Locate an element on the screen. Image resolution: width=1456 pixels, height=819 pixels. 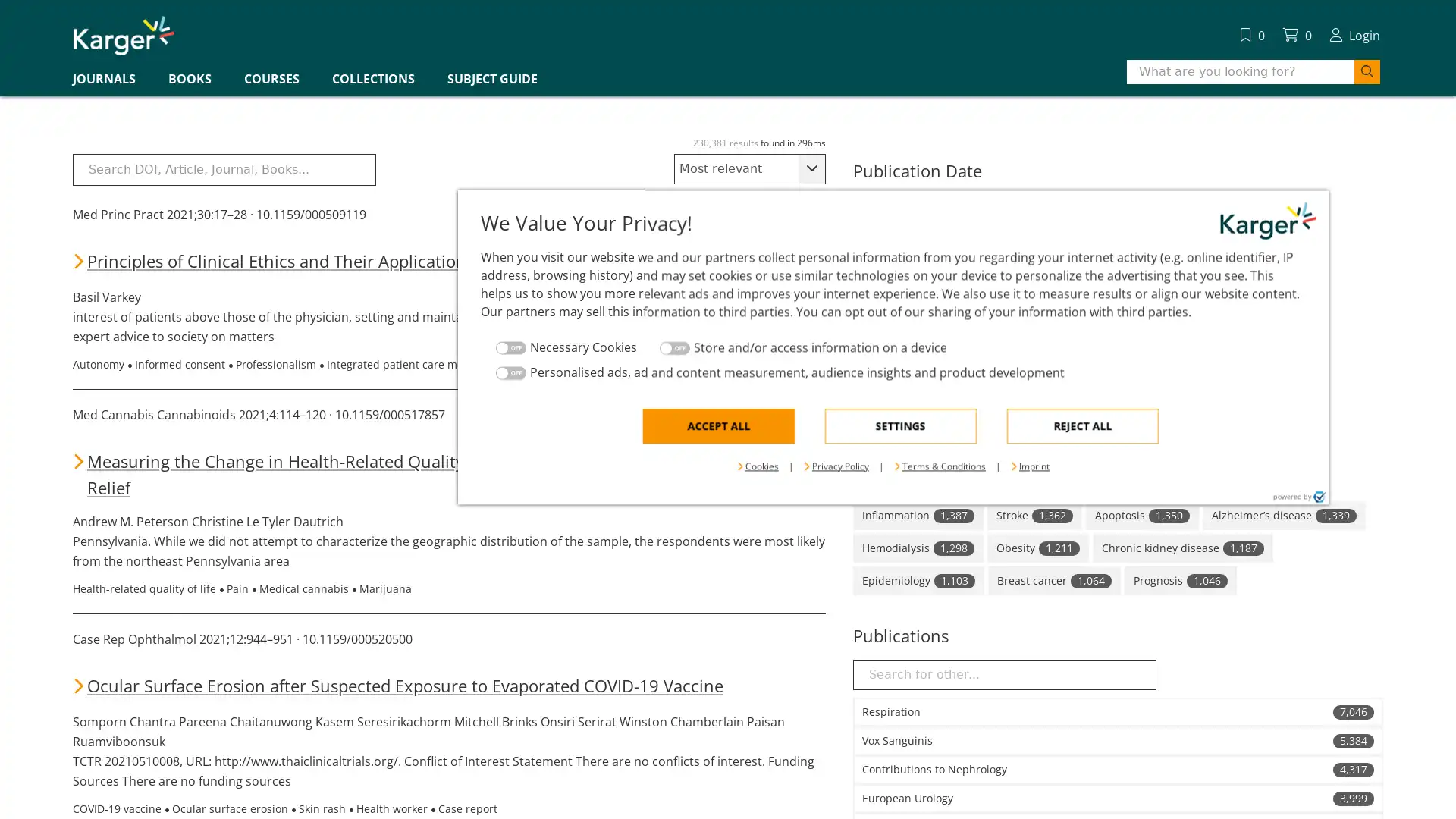
REJECT ALL is located at coordinates (916, 488).